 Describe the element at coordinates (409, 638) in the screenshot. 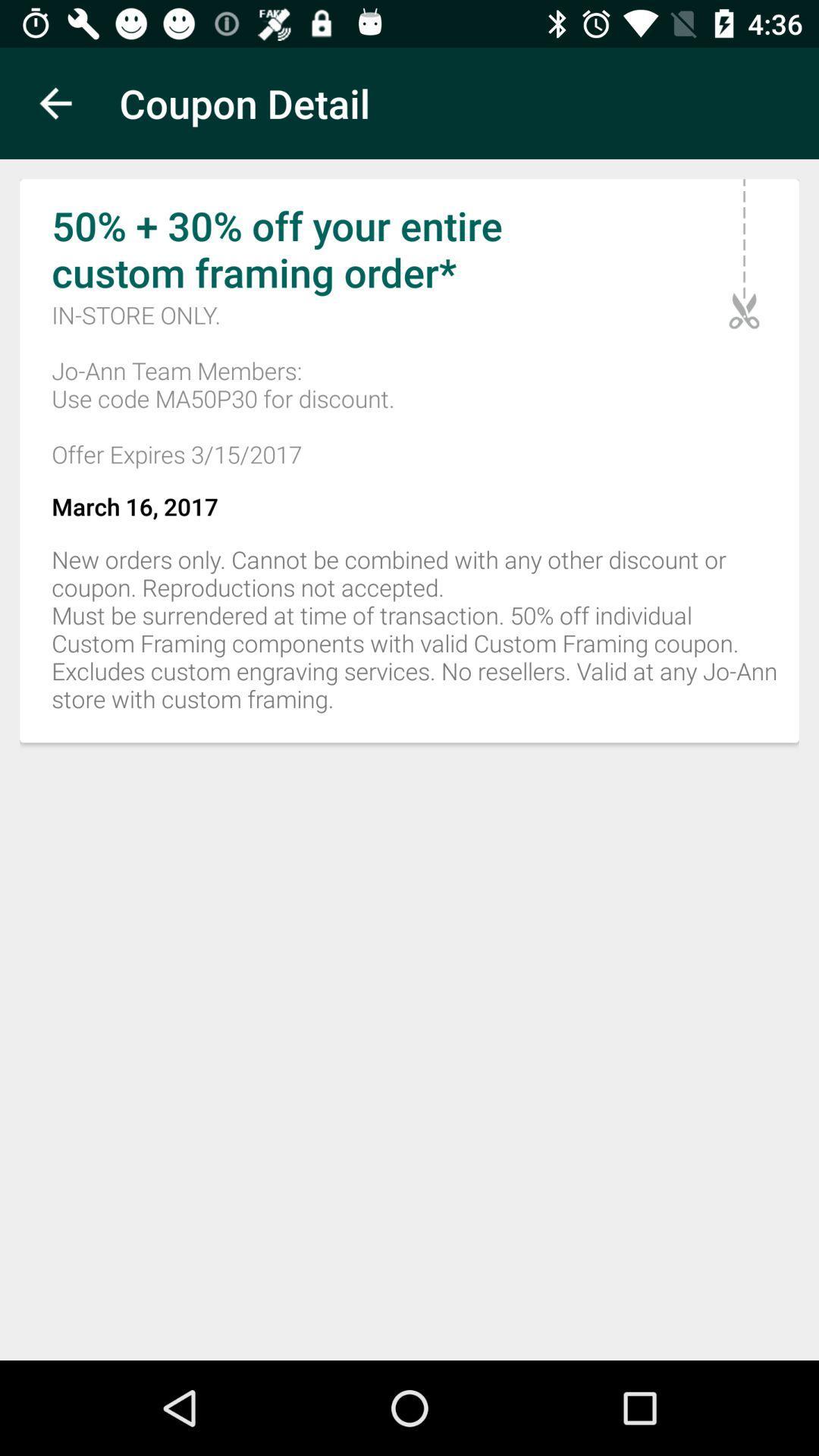

I see `new orders only` at that location.